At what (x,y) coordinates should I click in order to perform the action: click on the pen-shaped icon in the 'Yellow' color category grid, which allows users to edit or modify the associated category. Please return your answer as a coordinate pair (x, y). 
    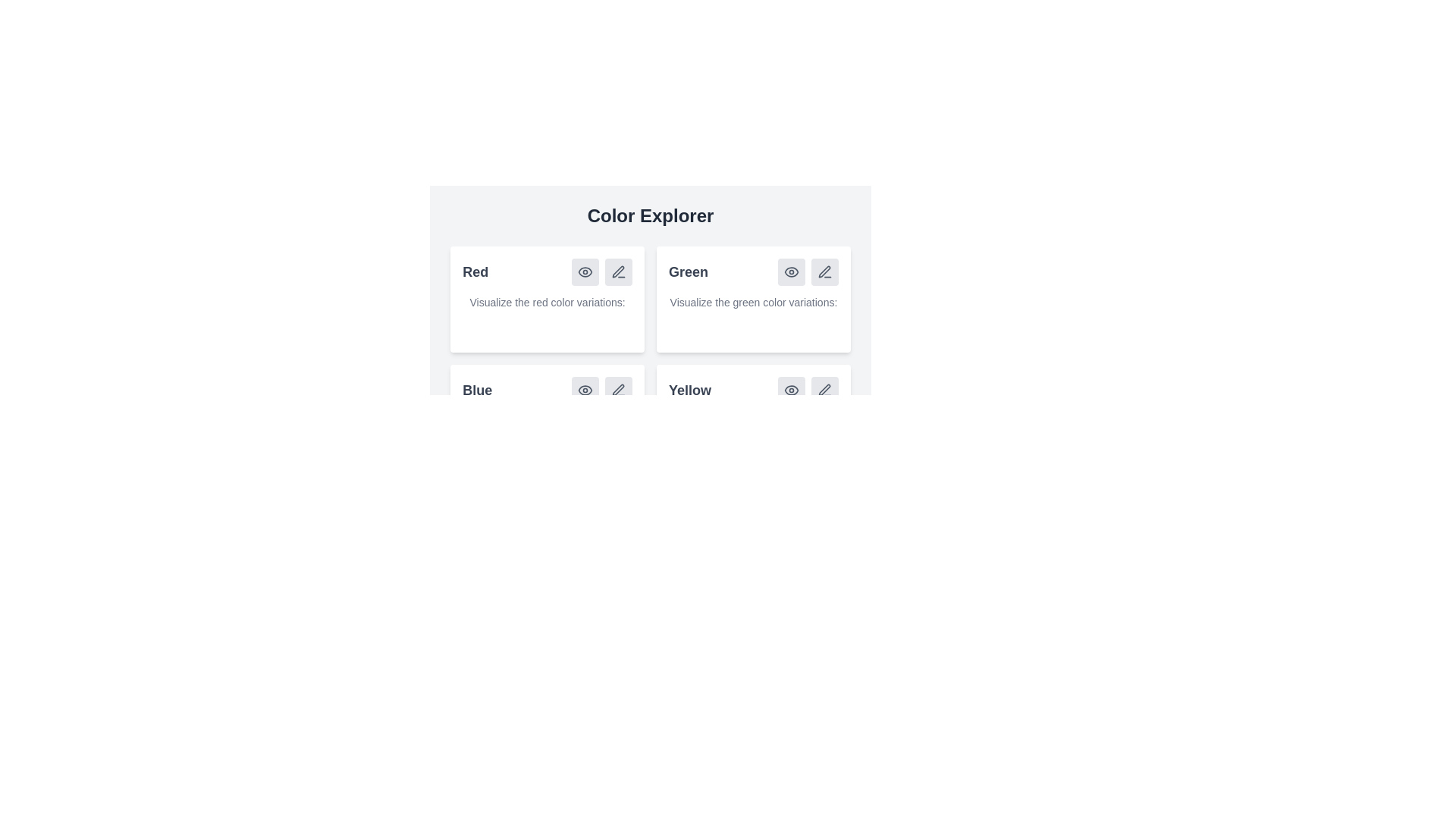
    Looking at the image, I should click on (824, 390).